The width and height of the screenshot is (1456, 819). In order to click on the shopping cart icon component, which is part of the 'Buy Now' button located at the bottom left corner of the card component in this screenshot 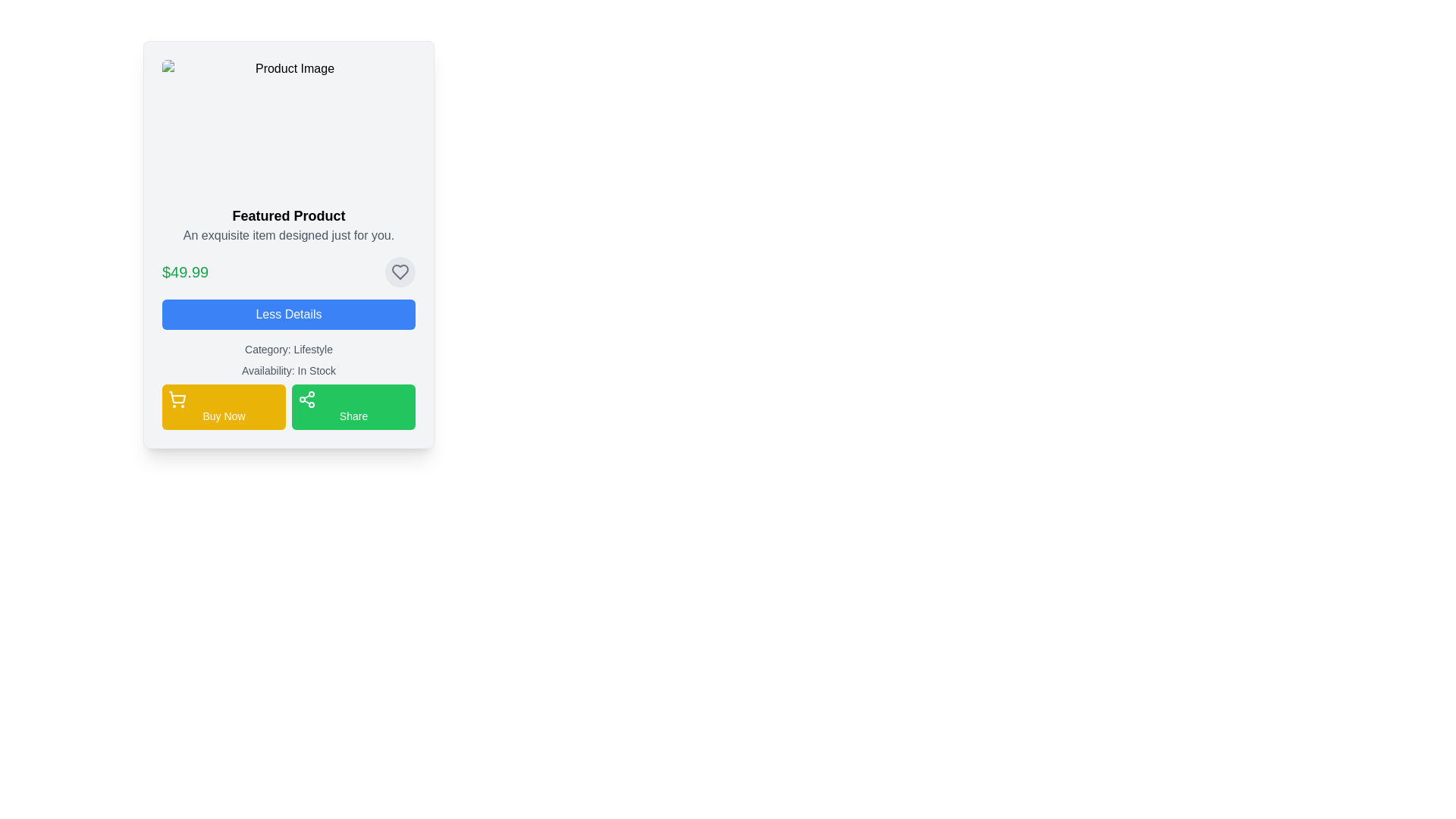, I will do `click(177, 397)`.